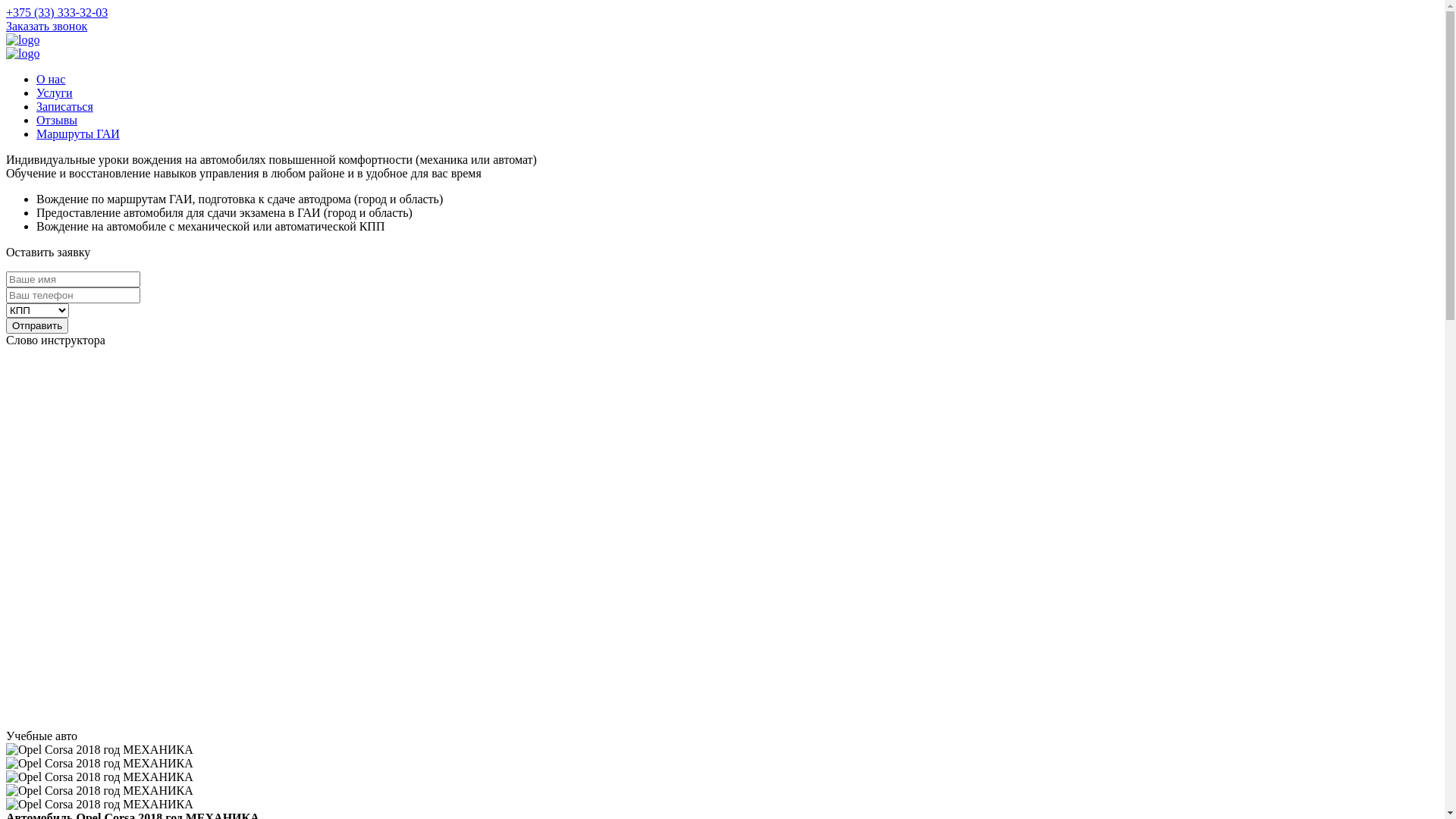 Image resolution: width=1456 pixels, height=819 pixels. What do you see at coordinates (57, 12) in the screenshot?
I see `'+375 (33) 333-32-03'` at bounding box center [57, 12].